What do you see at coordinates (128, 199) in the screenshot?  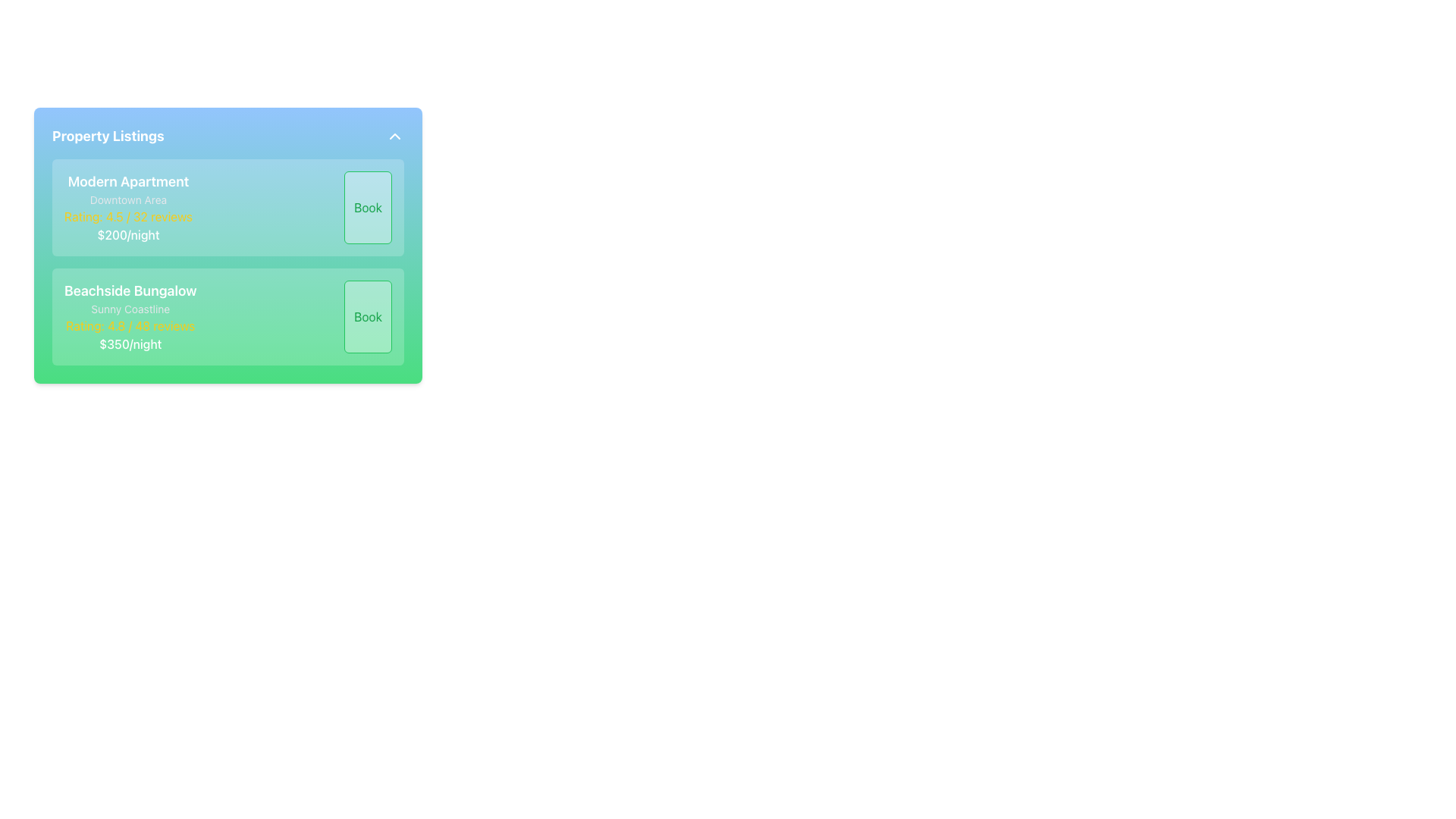 I see `the static text label reading 'Downtown Area' which is positioned below 'Modern Apartment' and above the rating summary in the top section of the listing card` at bounding box center [128, 199].